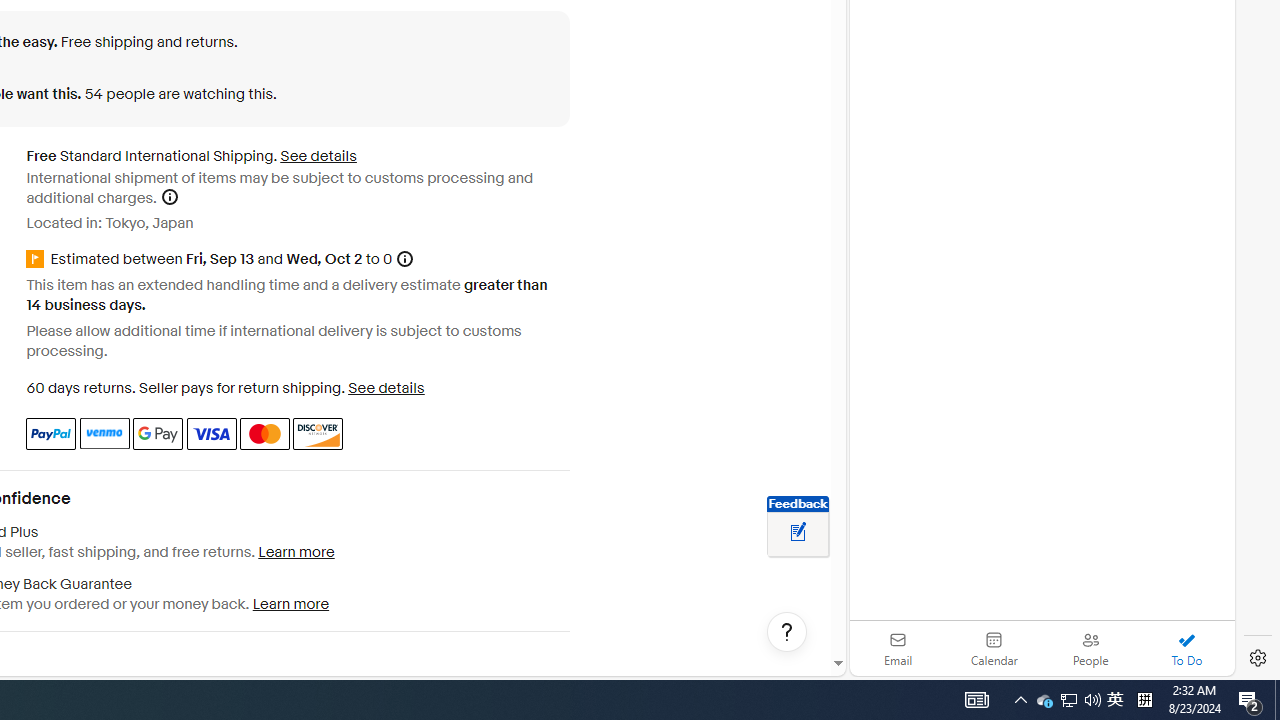 Image resolution: width=1280 pixels, height=720 pixels. Describe the element at coordinates (1089, 648) in the screenshot. I see `'People'` at that location.